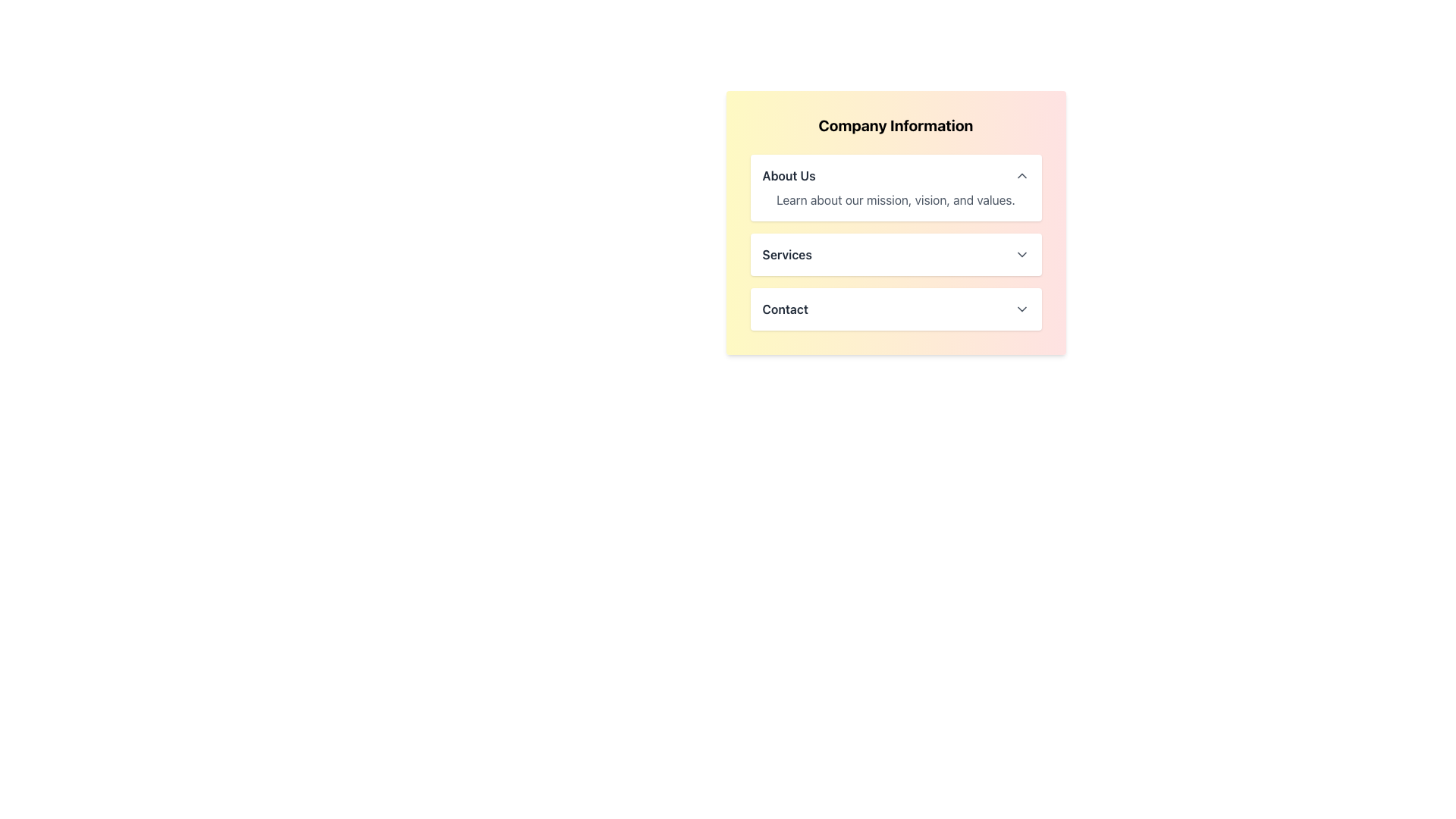 Image resolution: width=1456 pixels, height=819 pixels. What do you see at coordinates (896, 199) in the screenshot?
I see `the Text Label located beneath the 'About Us' header in the 'About Us' expandable section` at bounding box center [896, 199].